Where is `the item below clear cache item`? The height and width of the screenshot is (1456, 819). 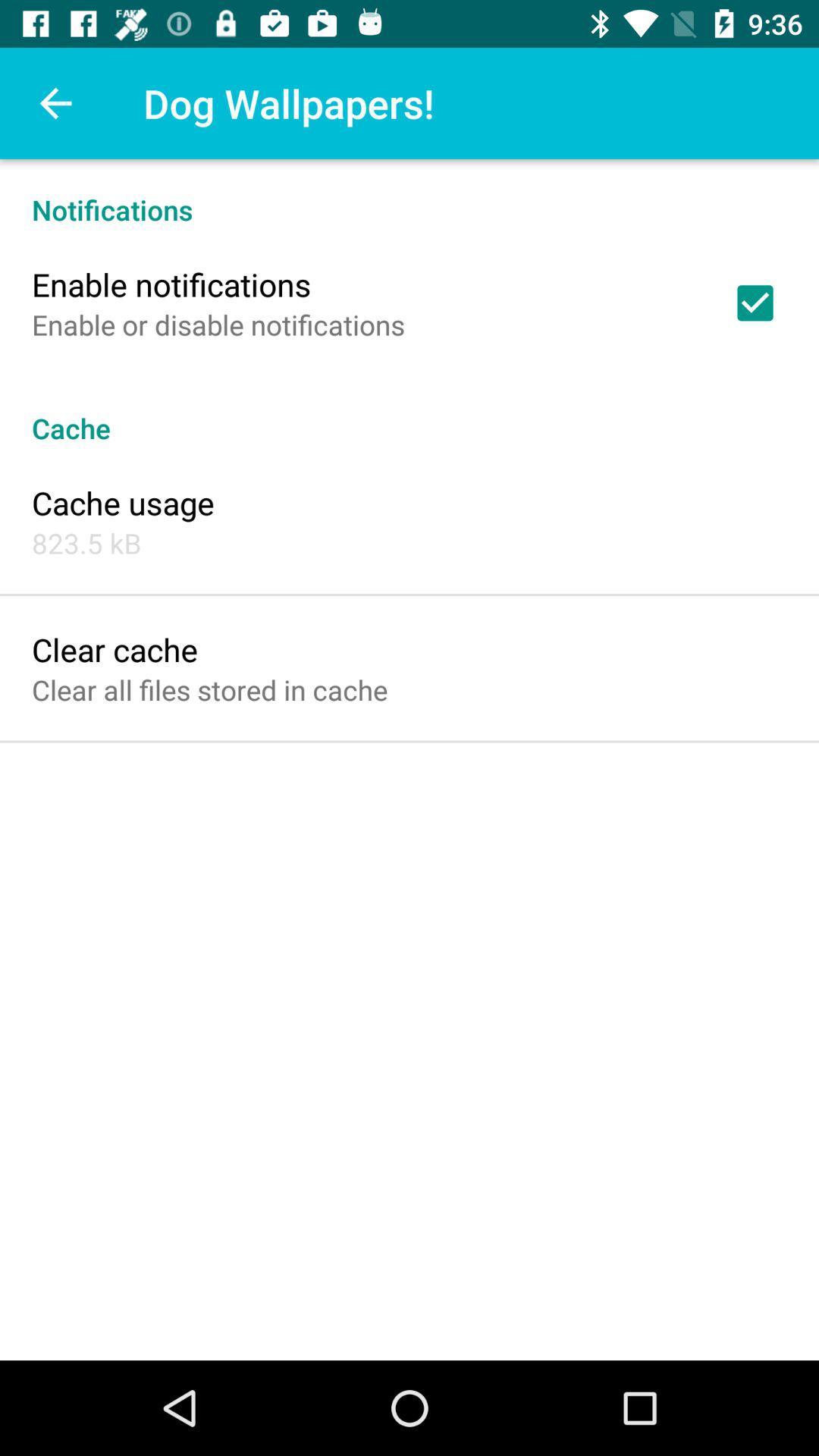
the item below clear cache item is located at coordinates (209, 689).